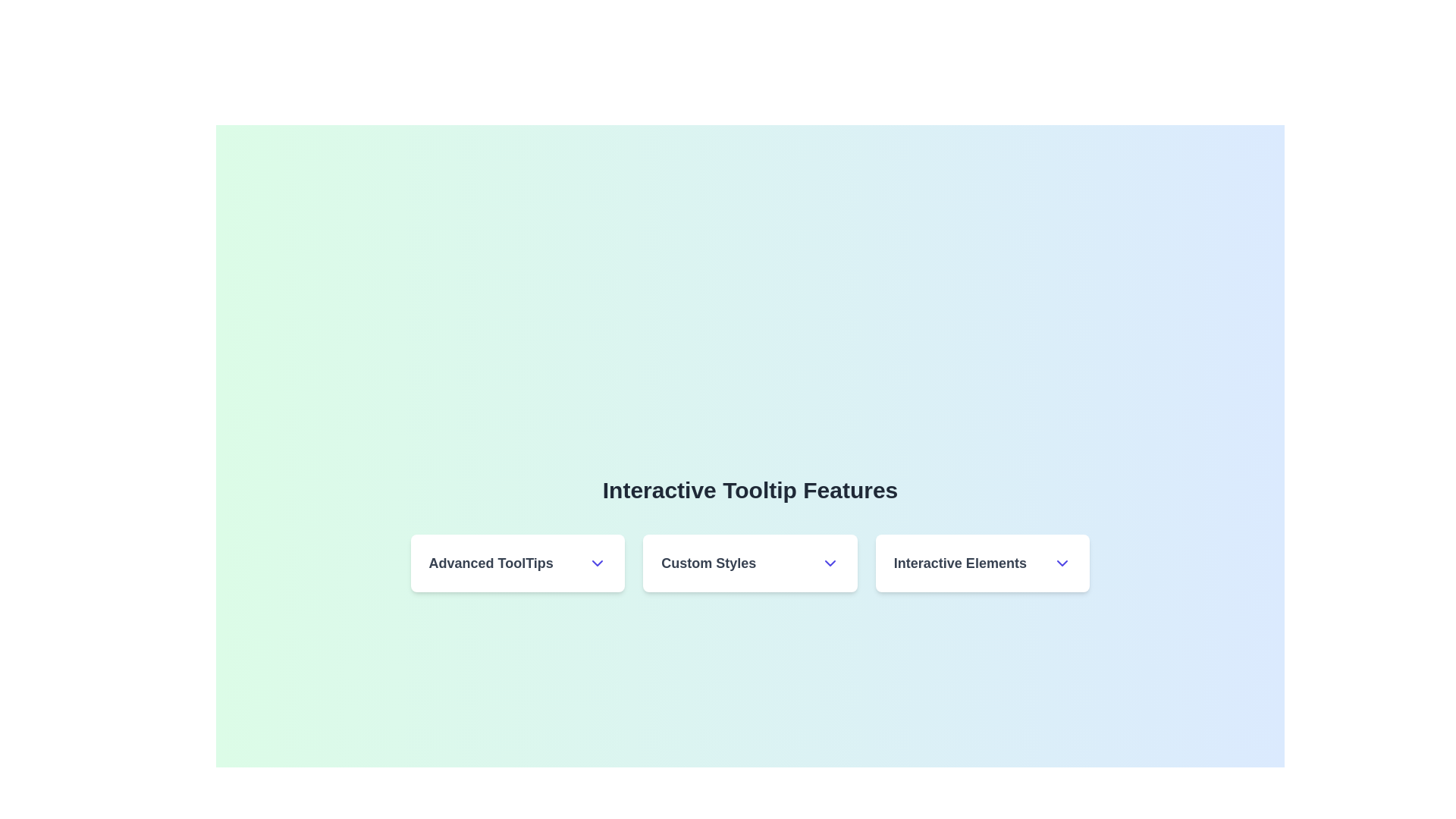 This screenshot has height=819, width=1456. I want to click on the 'Custom Styles' card widget, so click(750, 563).